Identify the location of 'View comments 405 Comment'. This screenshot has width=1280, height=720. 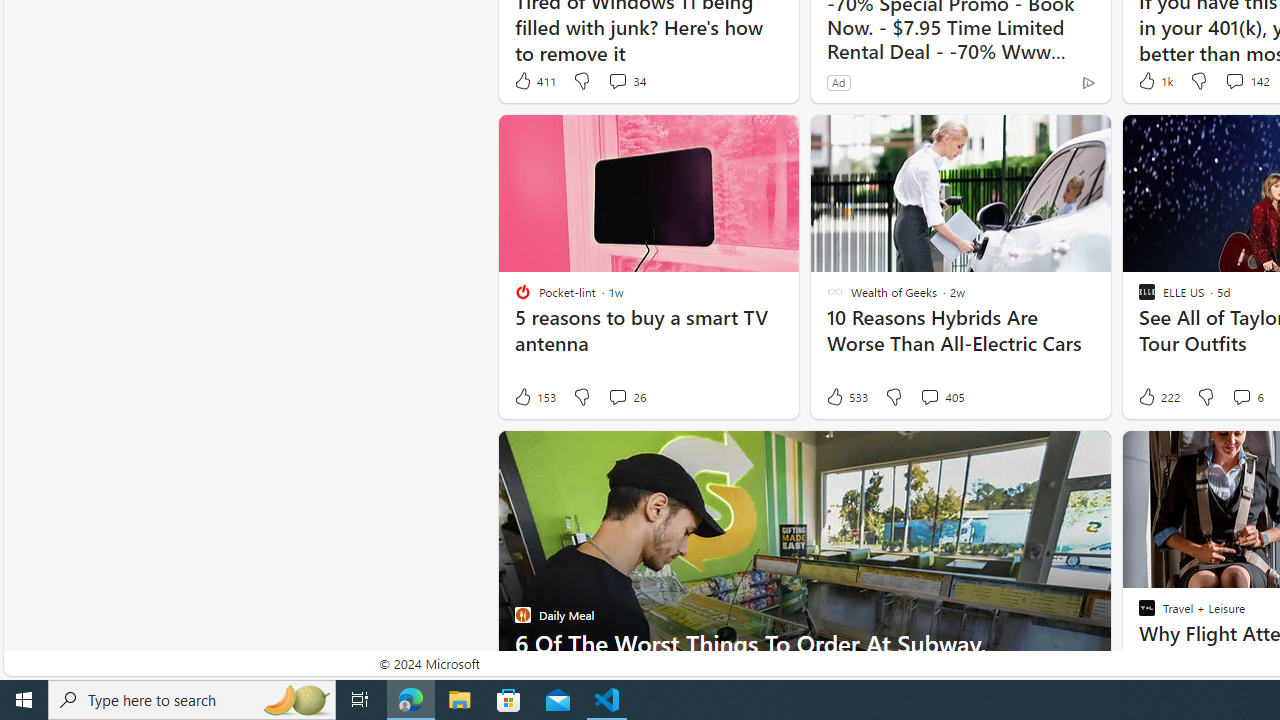
(928, 397).